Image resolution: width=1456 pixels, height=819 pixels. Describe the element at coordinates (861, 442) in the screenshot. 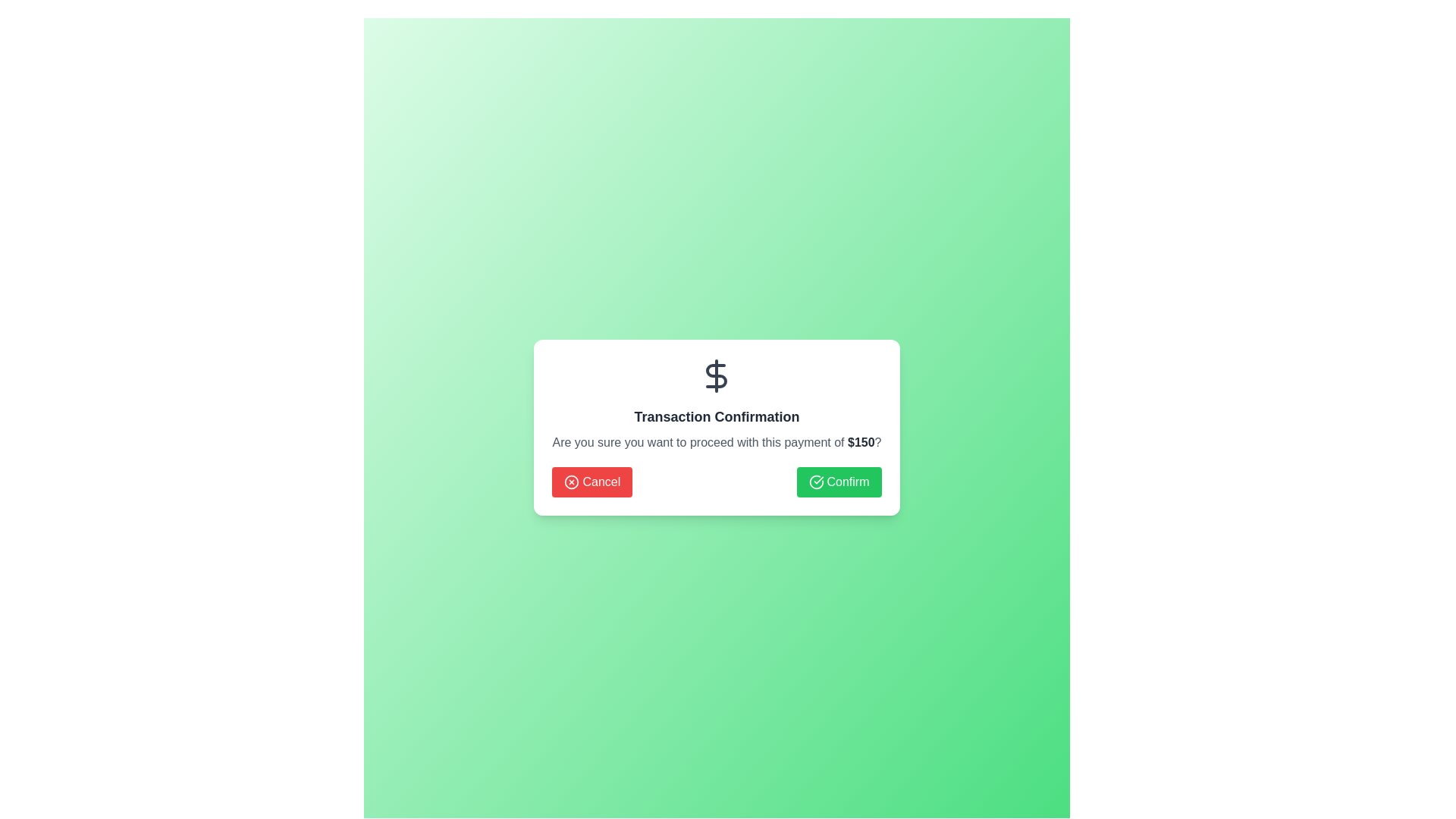

I see `amount displayed in the confirmation dialog text label showing '$150'` at that location.